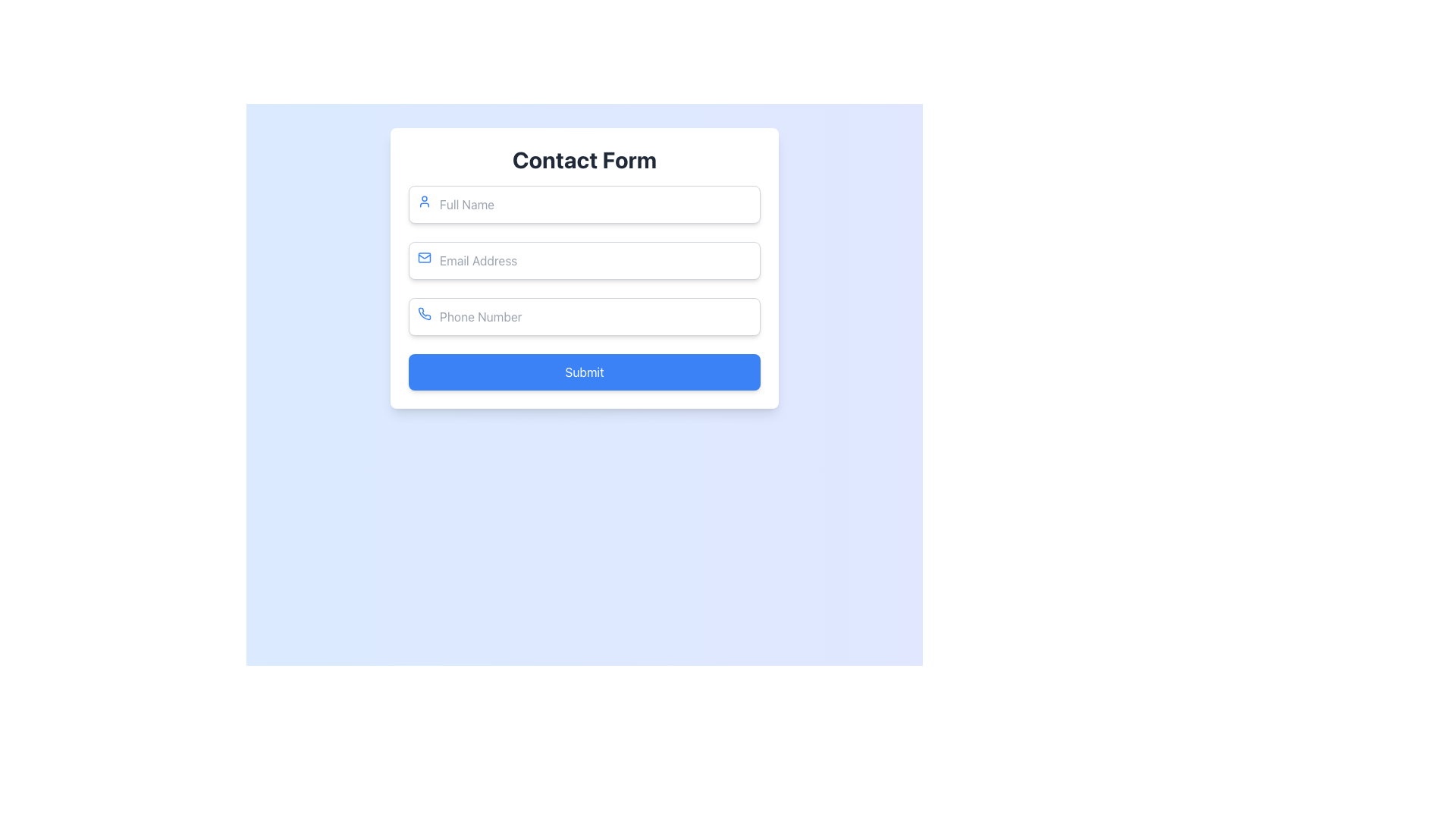 The height and width of the screenshot is (819, 1456). Describe the element at coordinates (425, 201) in the screenshot. I see `the icon that symbolizes user information in the 'Full Name' input field, positioned near the top left of the field` at that location.